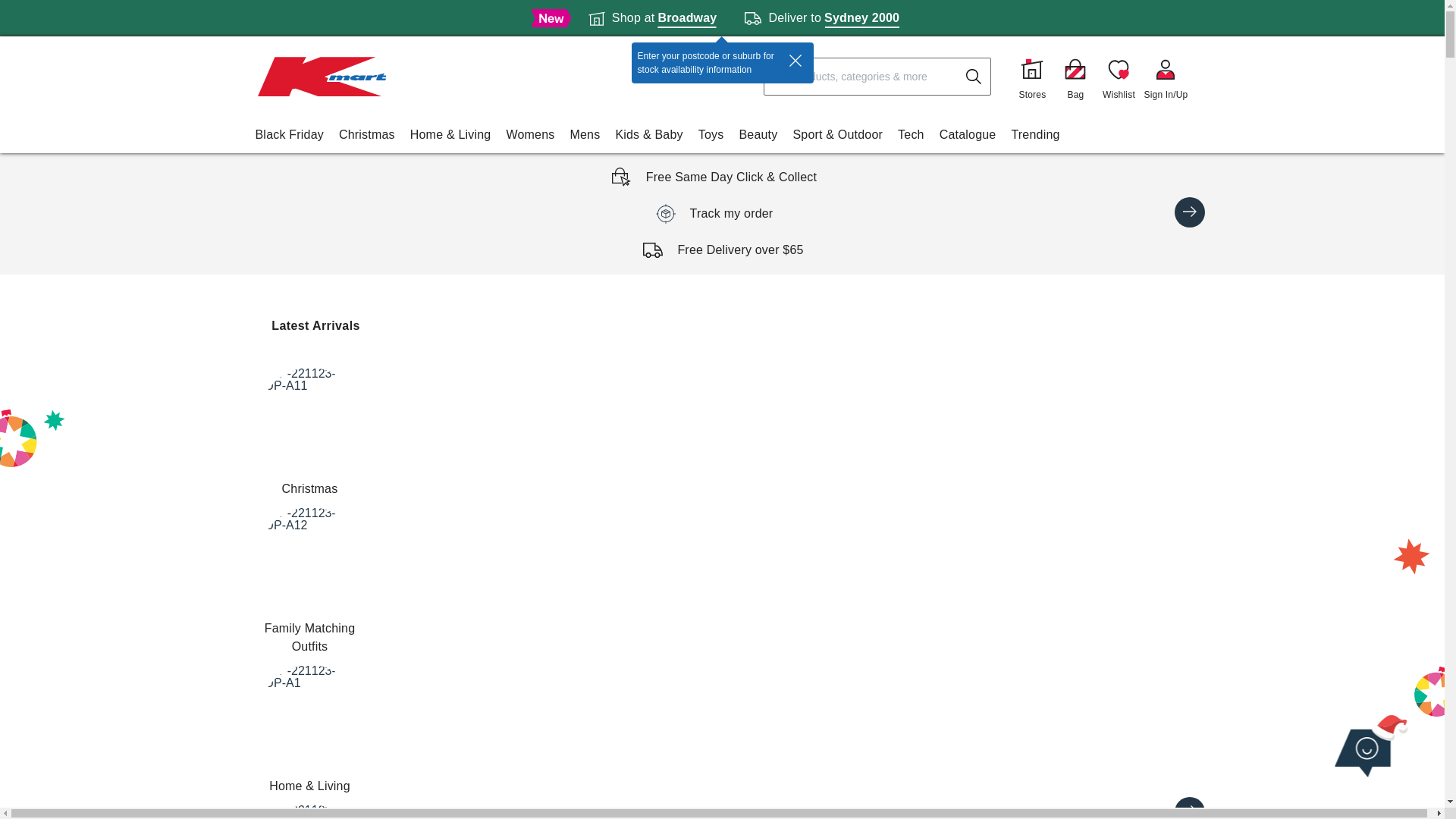  Describe the element at coordinates (910, 133) in the screenshot. I see `'Tech'` at that location.